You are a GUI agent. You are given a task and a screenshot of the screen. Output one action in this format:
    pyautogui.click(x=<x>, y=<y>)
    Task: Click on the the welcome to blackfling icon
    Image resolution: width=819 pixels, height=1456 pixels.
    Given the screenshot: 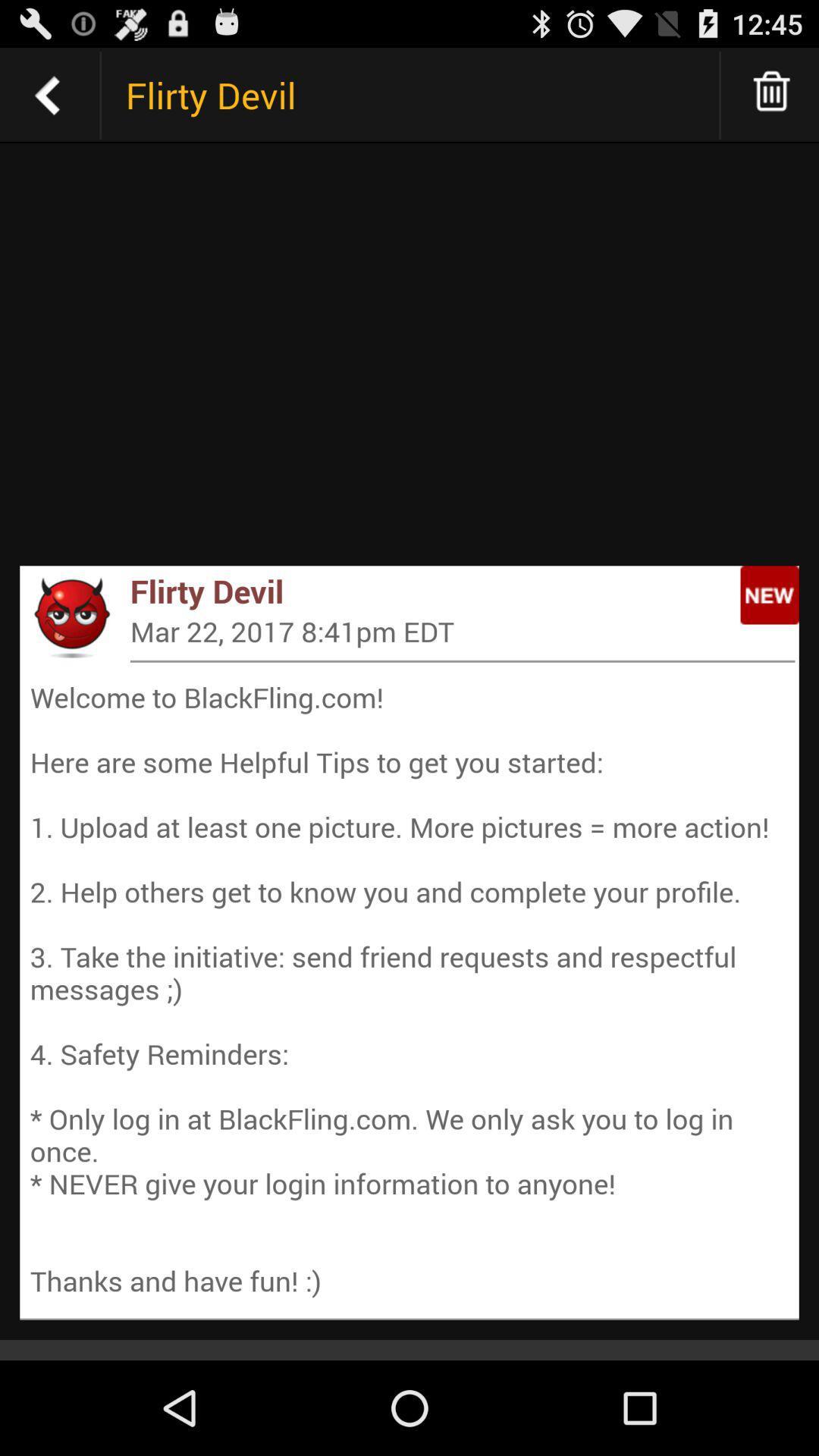 What is the action you would take?
    pyautogui.click(x=409, y=989)
    